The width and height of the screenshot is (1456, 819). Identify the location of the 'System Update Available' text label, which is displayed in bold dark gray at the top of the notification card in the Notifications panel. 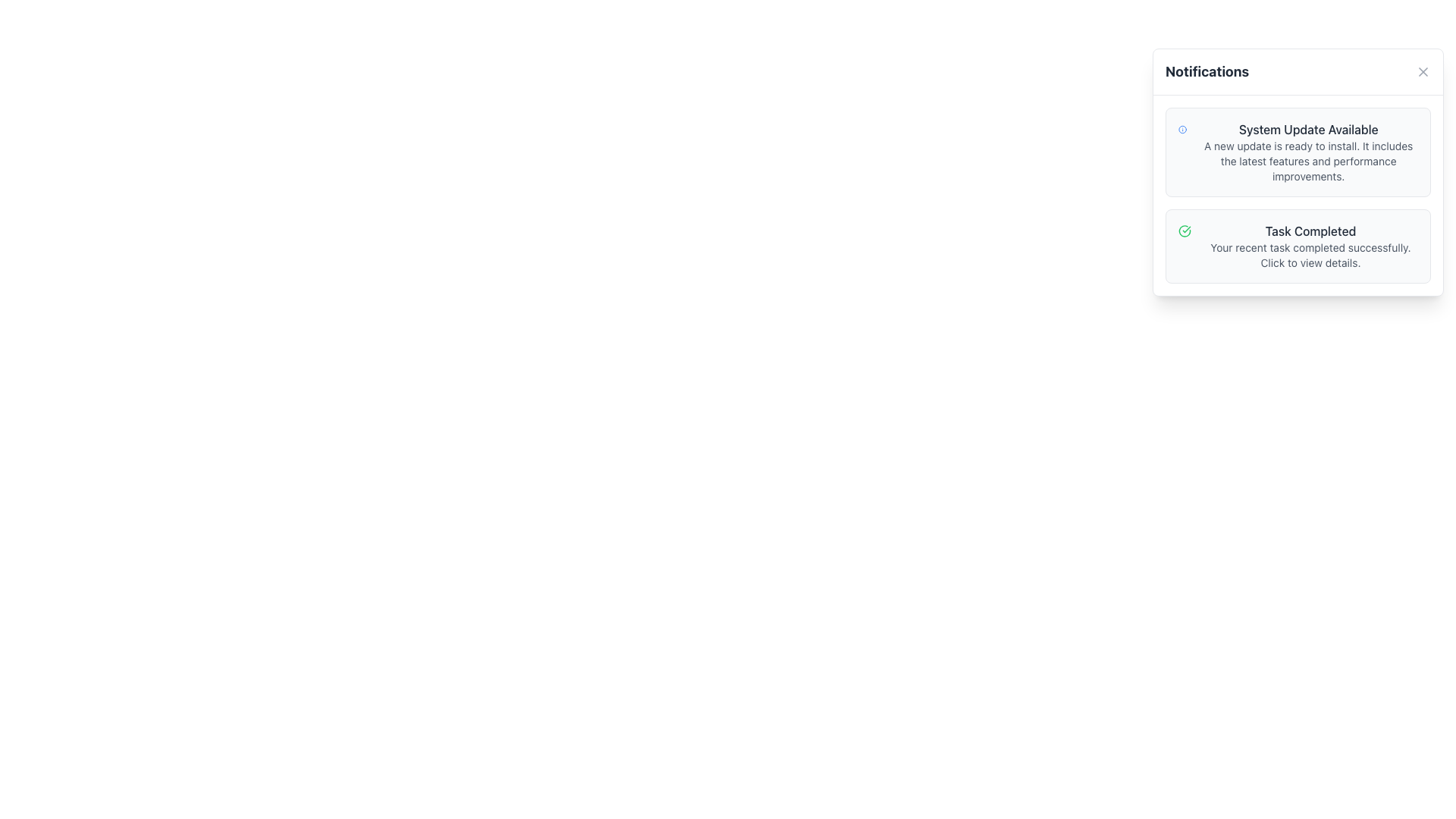
(1307, 128).